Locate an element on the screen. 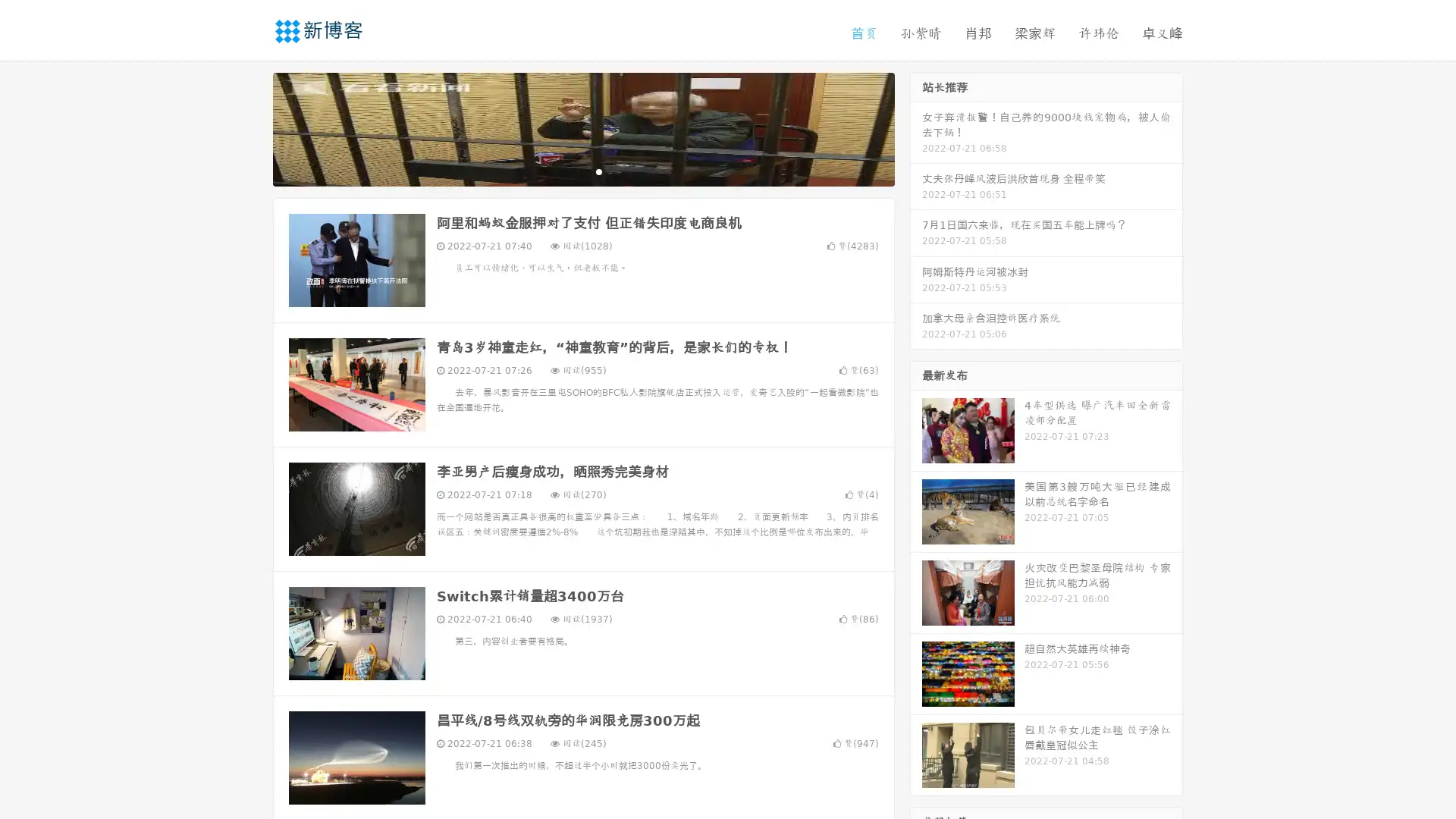  Go to slide 2 is located at coordinates (582, 171).